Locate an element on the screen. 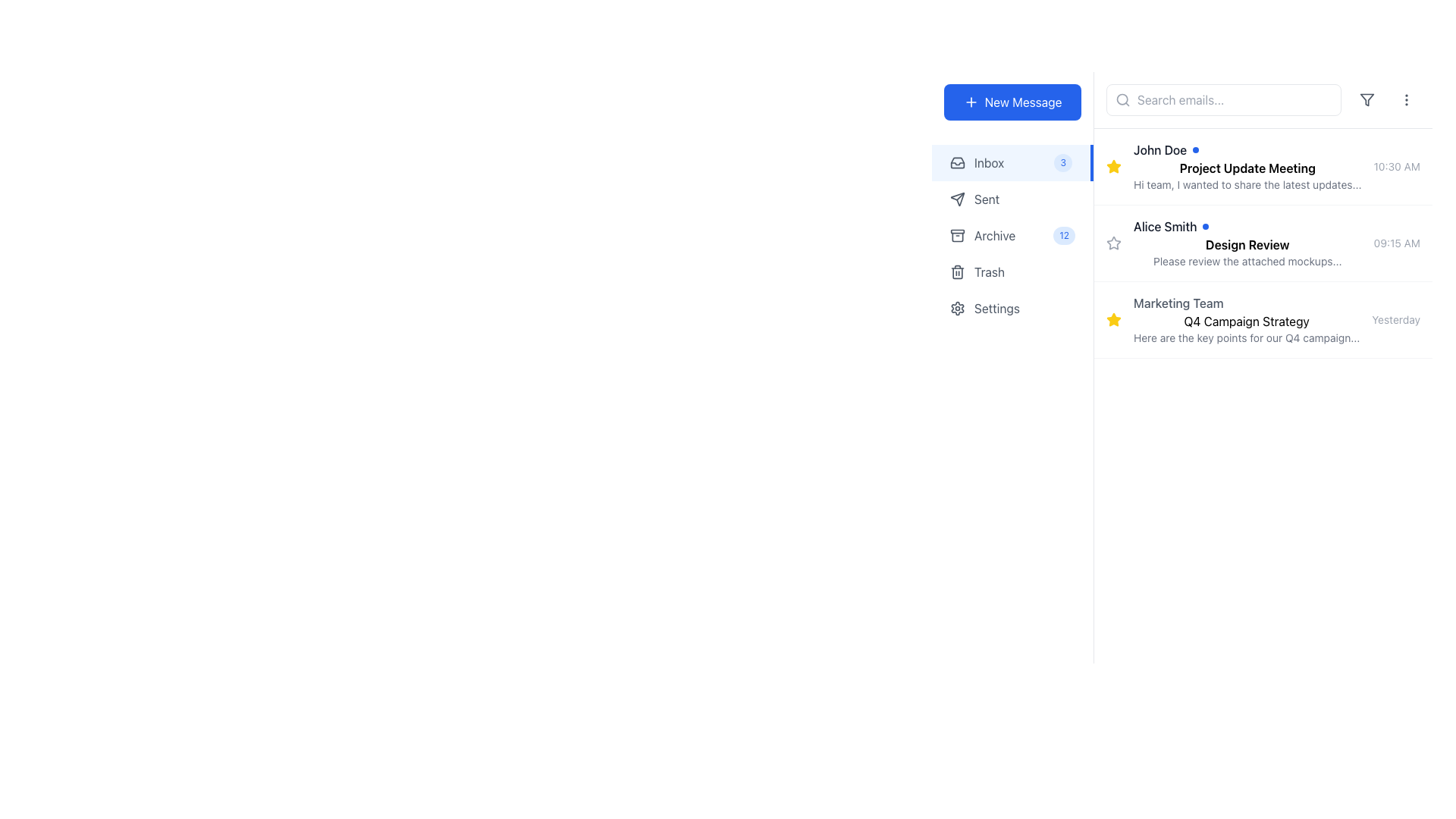  the circular shape within the search icon, which signifies a search function, located to the left of the search bar at the top of the email list section is located at coordinates (1122, 99).